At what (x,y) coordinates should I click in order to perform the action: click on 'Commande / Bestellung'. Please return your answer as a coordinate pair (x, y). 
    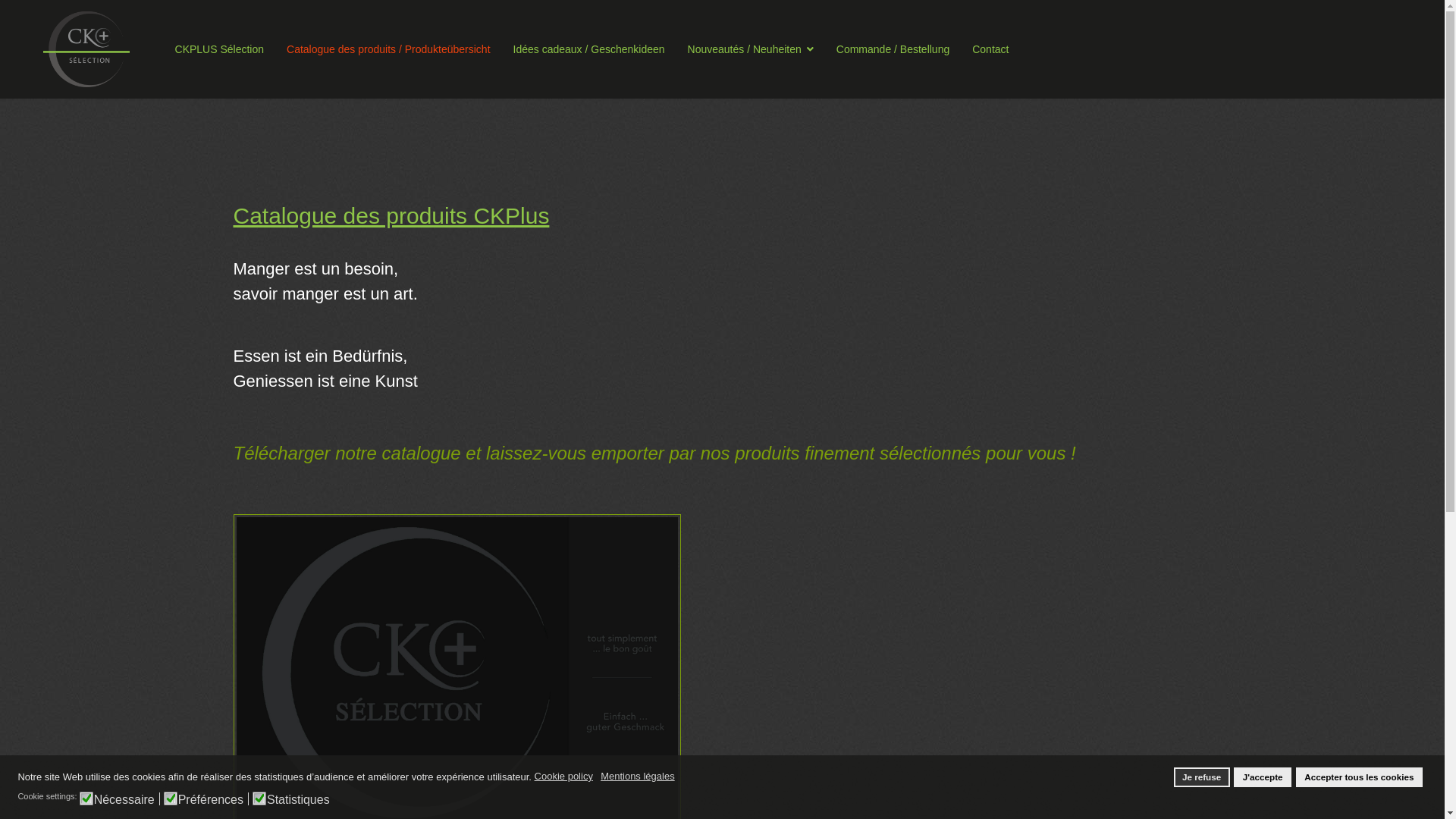
    Looking at the image, I should click on (893, 49).